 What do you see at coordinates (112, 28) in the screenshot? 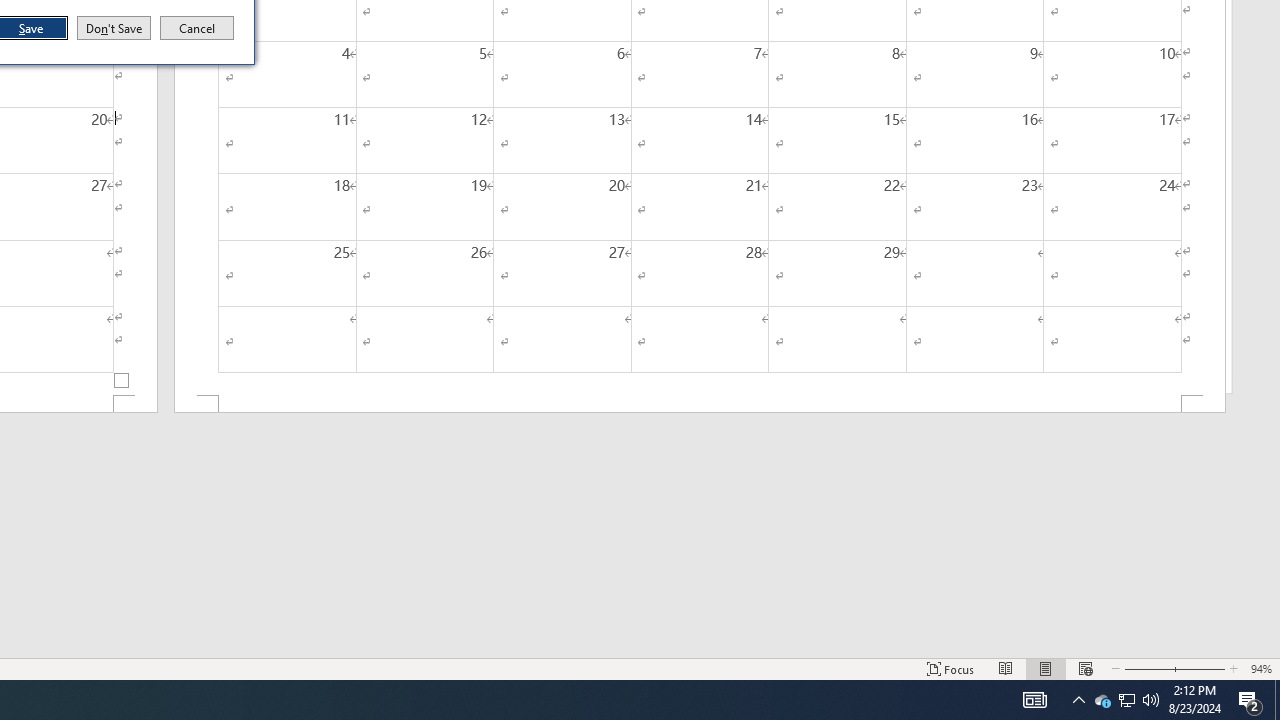
I see `'Don'` at bounding box center [112, 28].